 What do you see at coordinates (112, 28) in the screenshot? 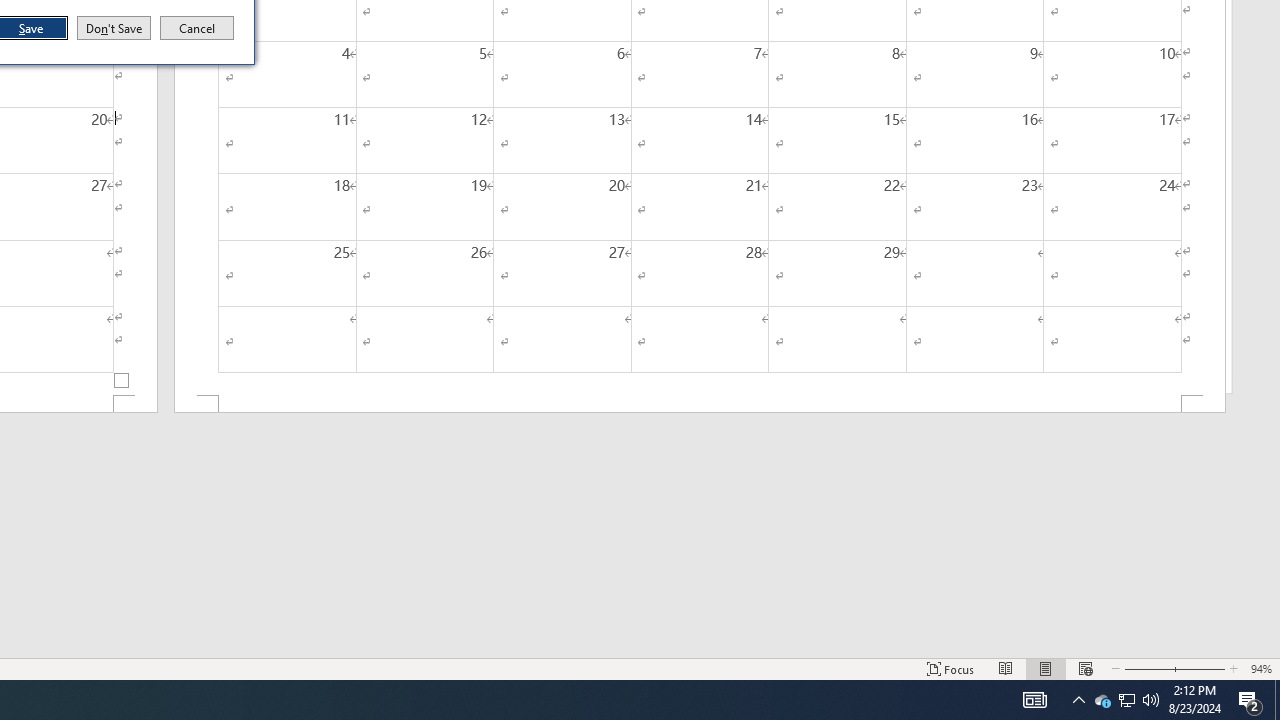
I see `'Don'` at bounding box center [112, 28].